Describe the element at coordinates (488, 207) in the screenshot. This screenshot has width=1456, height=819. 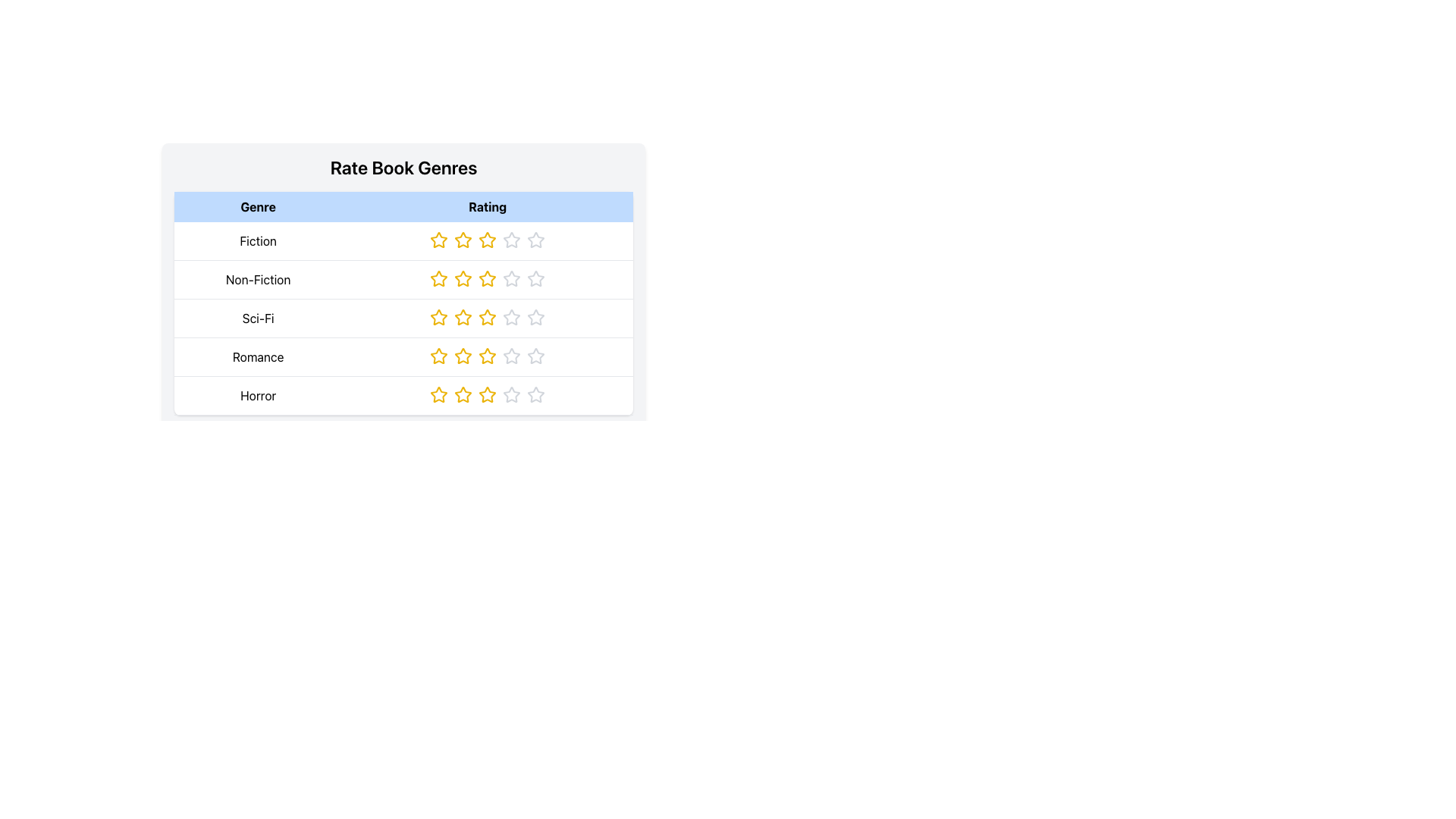
I see `the Text Label that serves as the header for the user ratings column, located to the immediate right of the 'Genre' label in the top row of the table-like interface` at that location.